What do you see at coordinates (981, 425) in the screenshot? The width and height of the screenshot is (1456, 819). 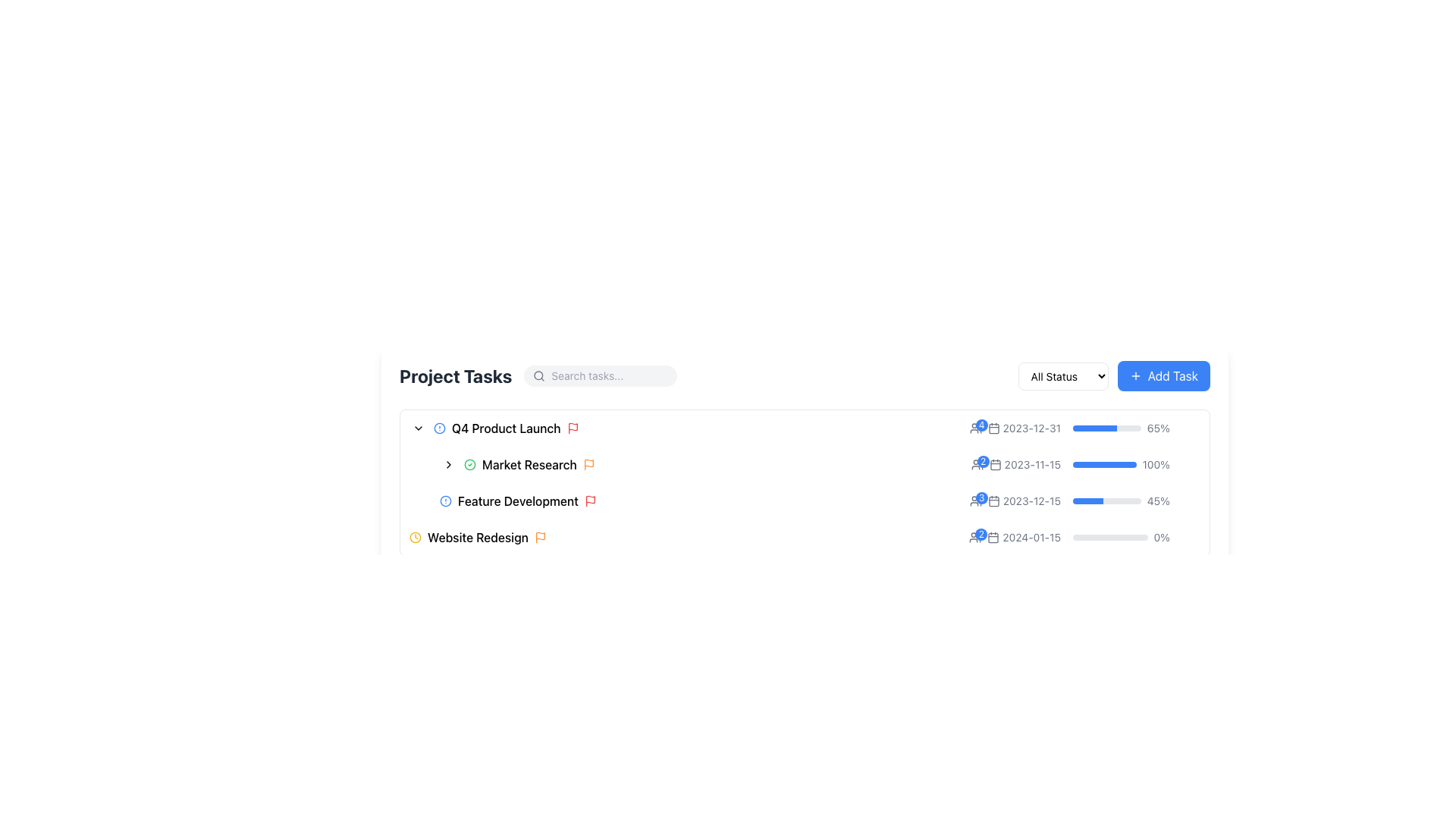 I see `the small circular badge displaying the number '4' with a blue background, located at the upper-right corner of the grouped users icon in the task information column` at bounding box center [981, 425].